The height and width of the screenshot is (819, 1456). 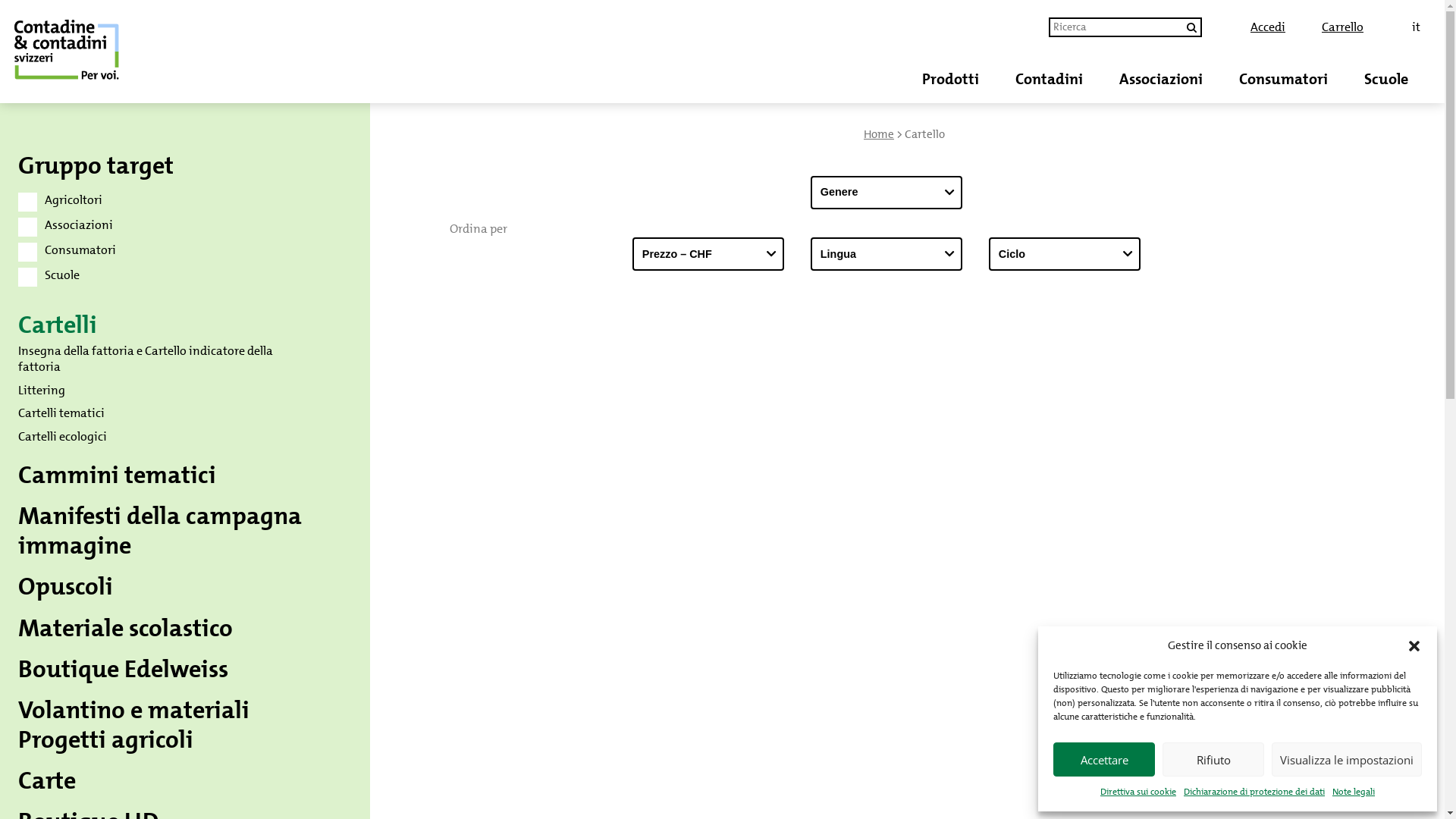 What do you see at coordinates (949, 79) in the screenshot?
I see `'Prodotti'` at bounding box center [949, 79].